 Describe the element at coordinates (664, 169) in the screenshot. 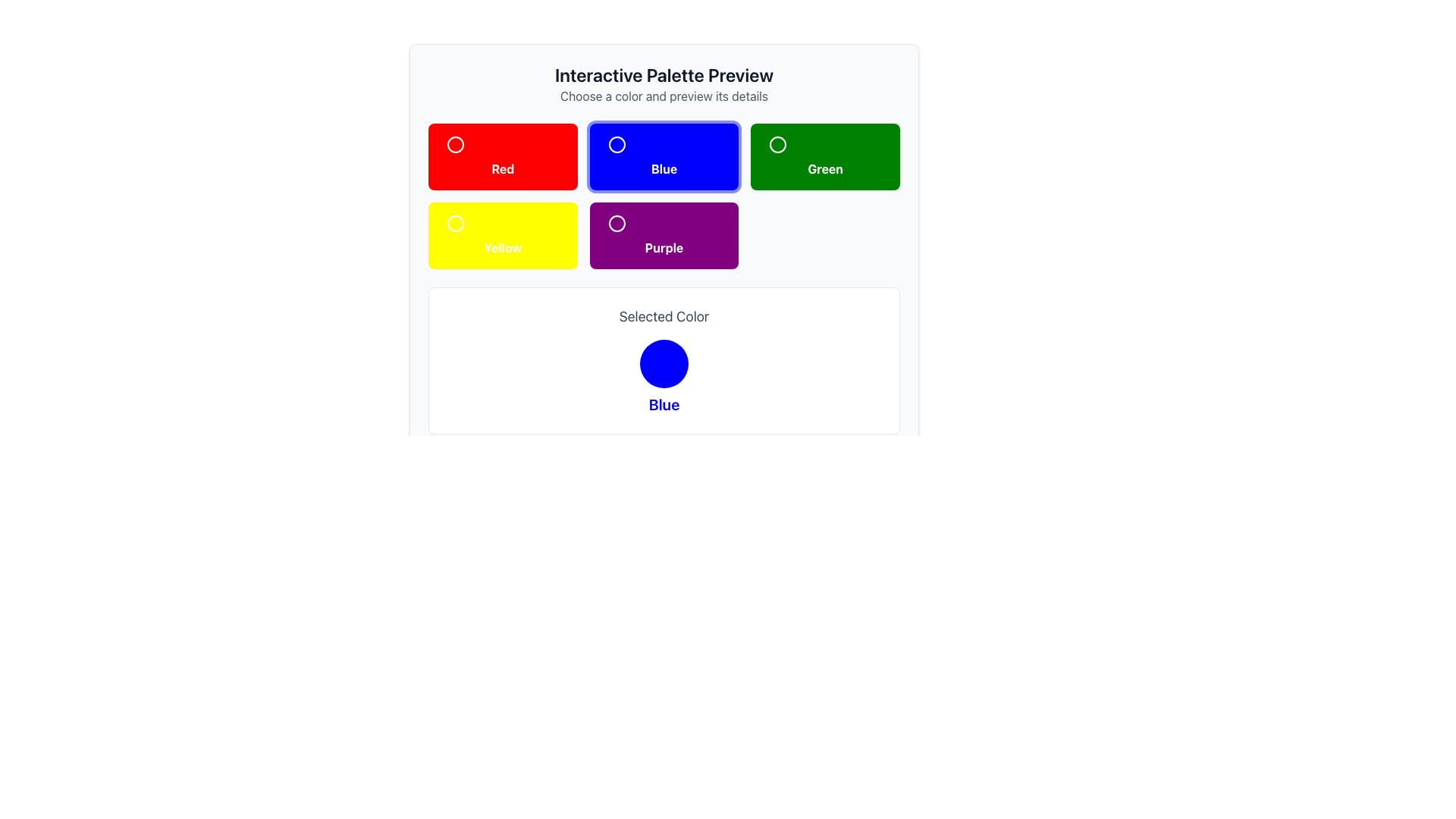

I see `text content indicating the option for the color 'Blue' located in the middle row of a 2x3 grid layout of color options` at that location.